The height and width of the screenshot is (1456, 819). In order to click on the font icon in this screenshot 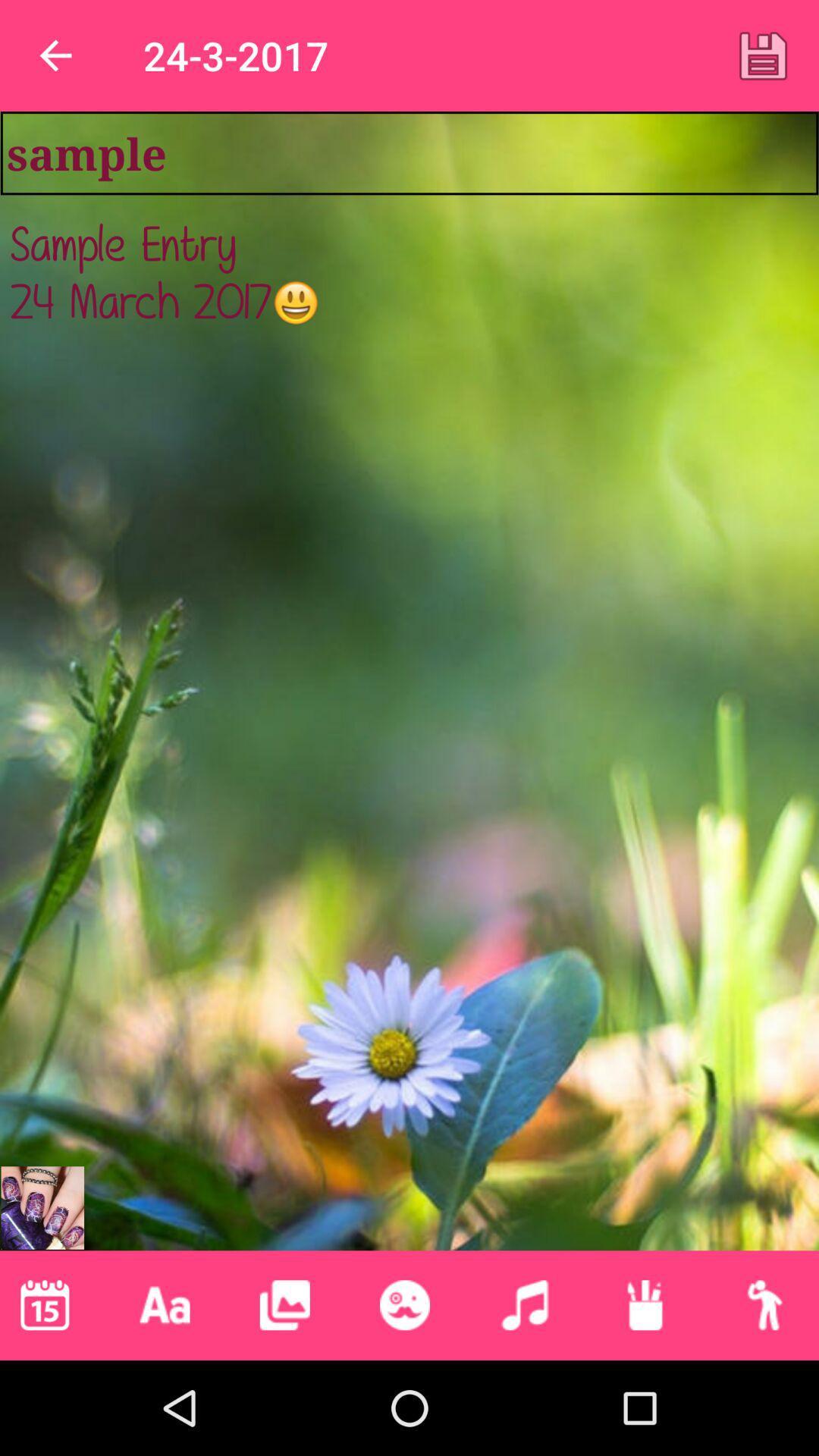, I will do `click(165, 1304)`.